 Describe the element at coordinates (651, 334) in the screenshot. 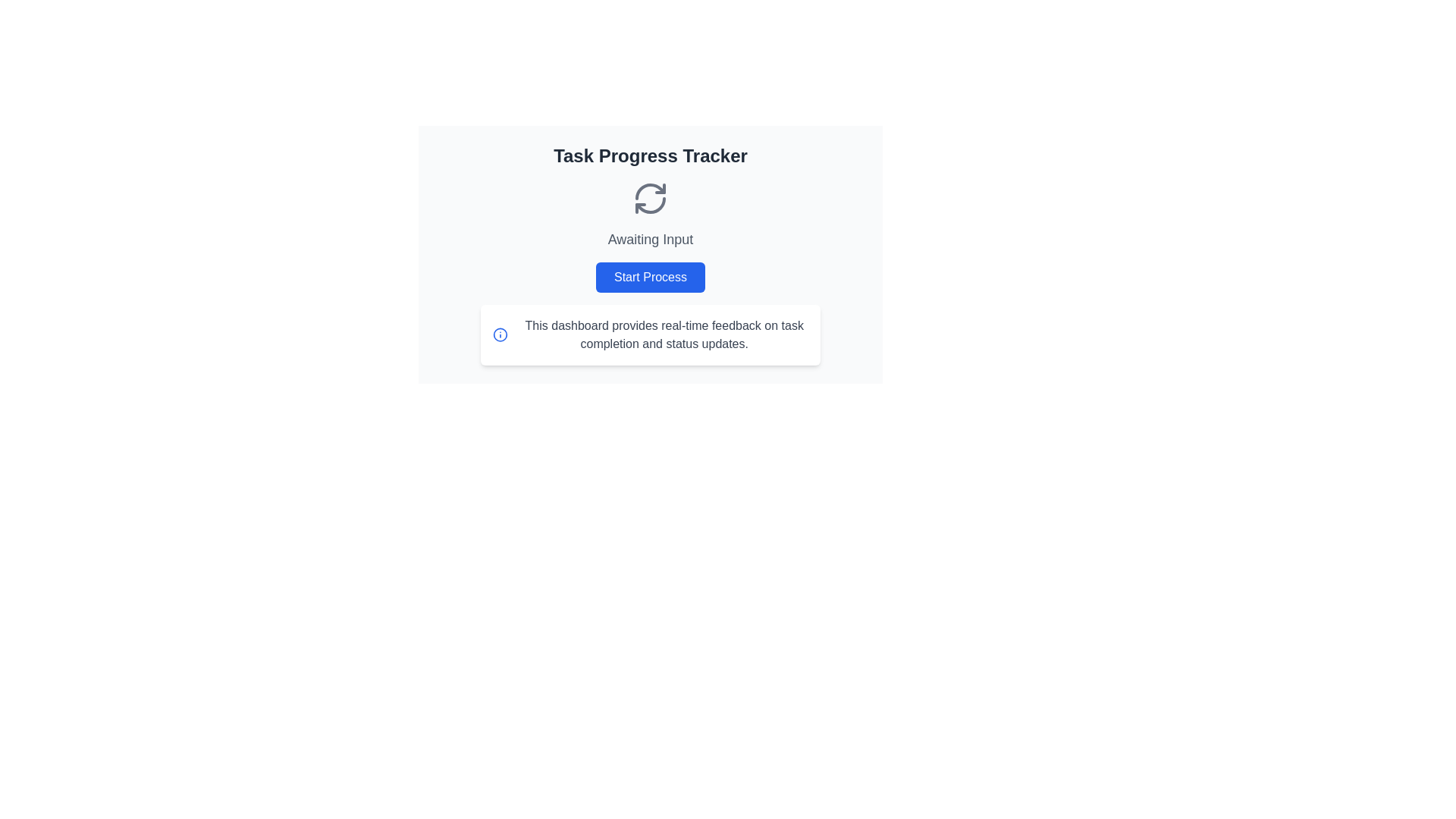

I see `the descriptive text block located beneath the 'Start Process' button in the dashboard interface` at that location.